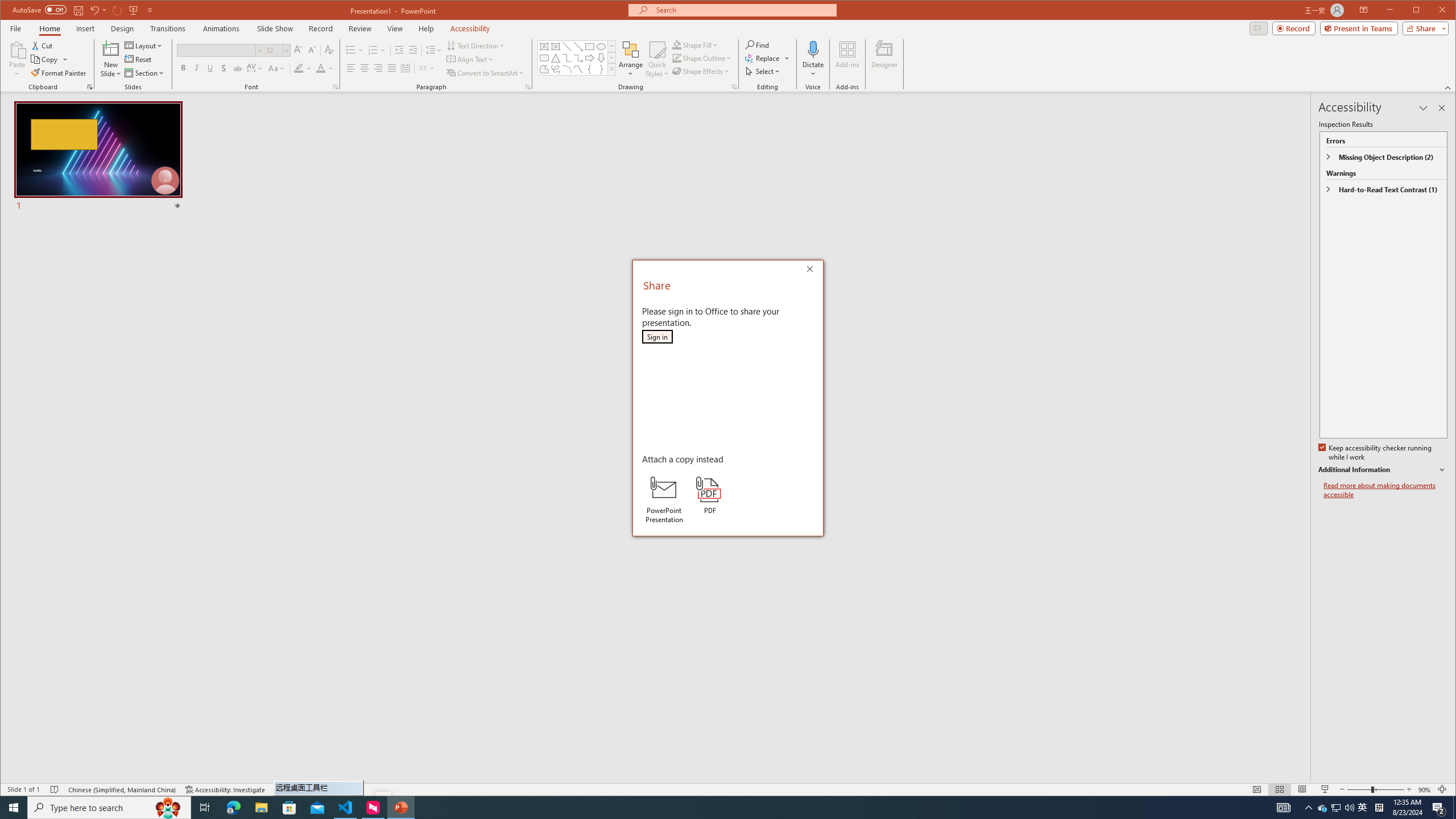 The height and width of the screenshot is (819, 1456). I want to click on 'PowerPoint Presentation', so click(663, 499).